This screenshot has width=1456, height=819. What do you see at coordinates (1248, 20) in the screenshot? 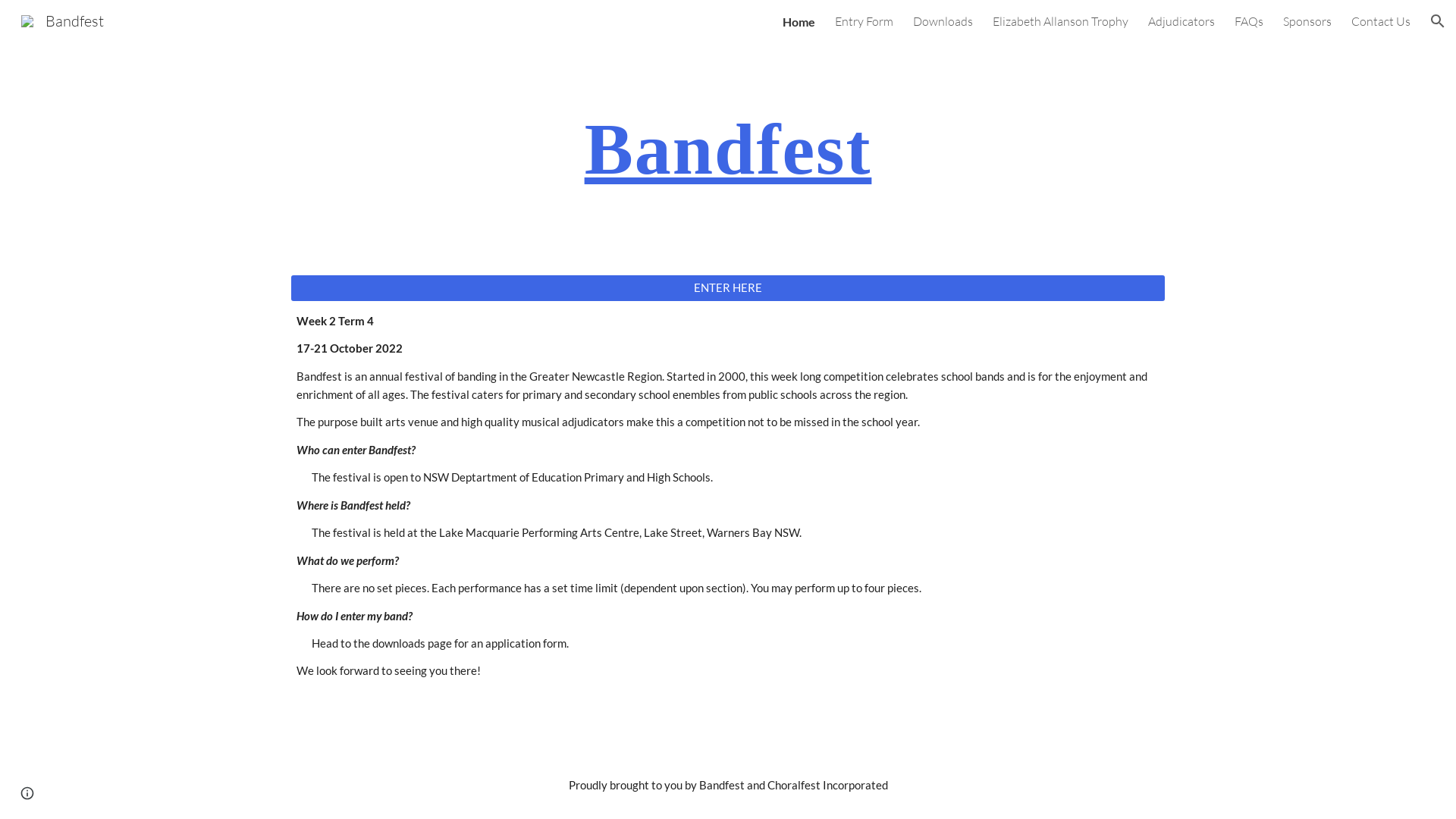
I see `'FAQs'` at bounding box center [1248, 20].